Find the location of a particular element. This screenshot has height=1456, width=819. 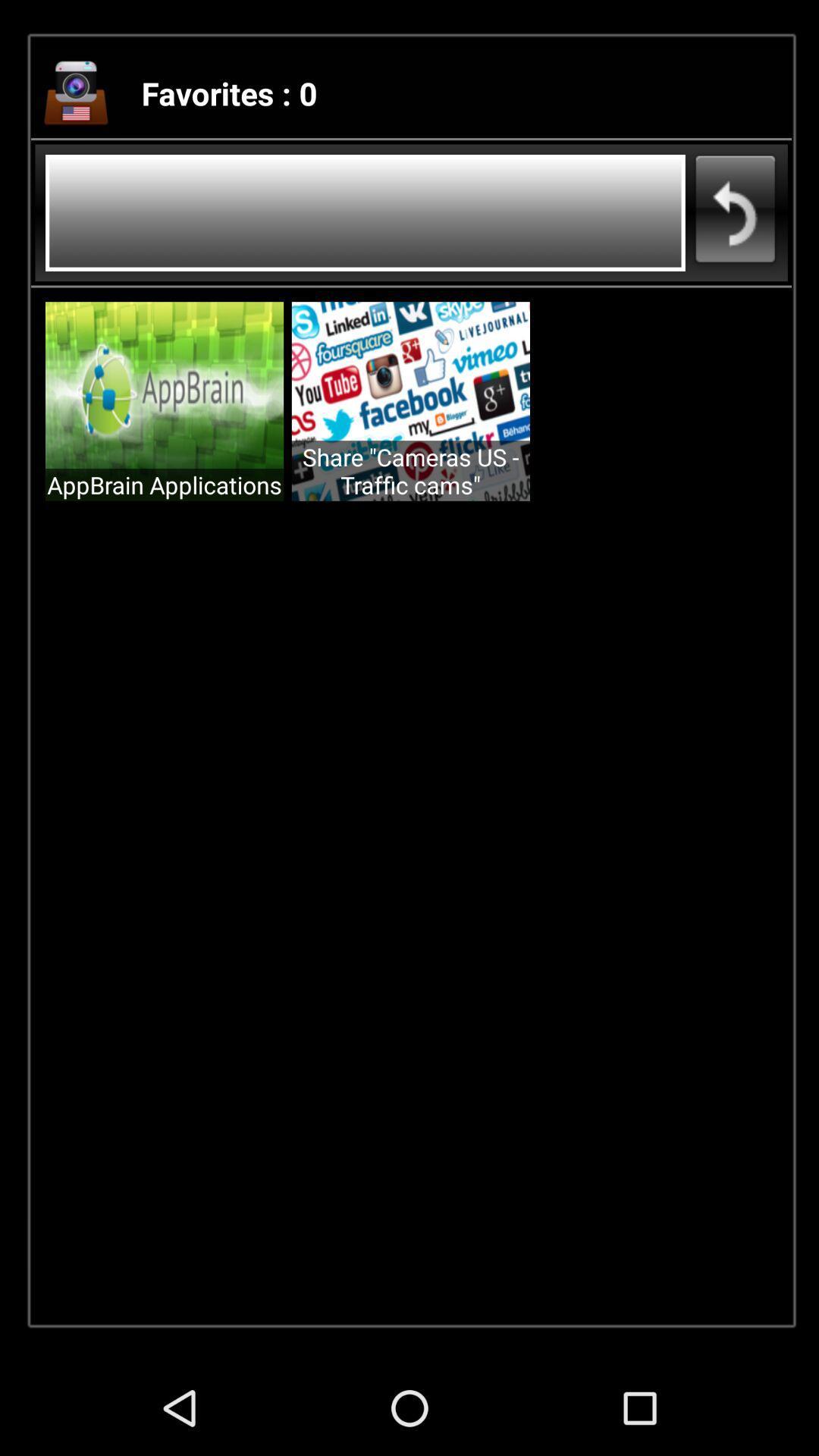

the undo icon is located at coordinates (734, 227).